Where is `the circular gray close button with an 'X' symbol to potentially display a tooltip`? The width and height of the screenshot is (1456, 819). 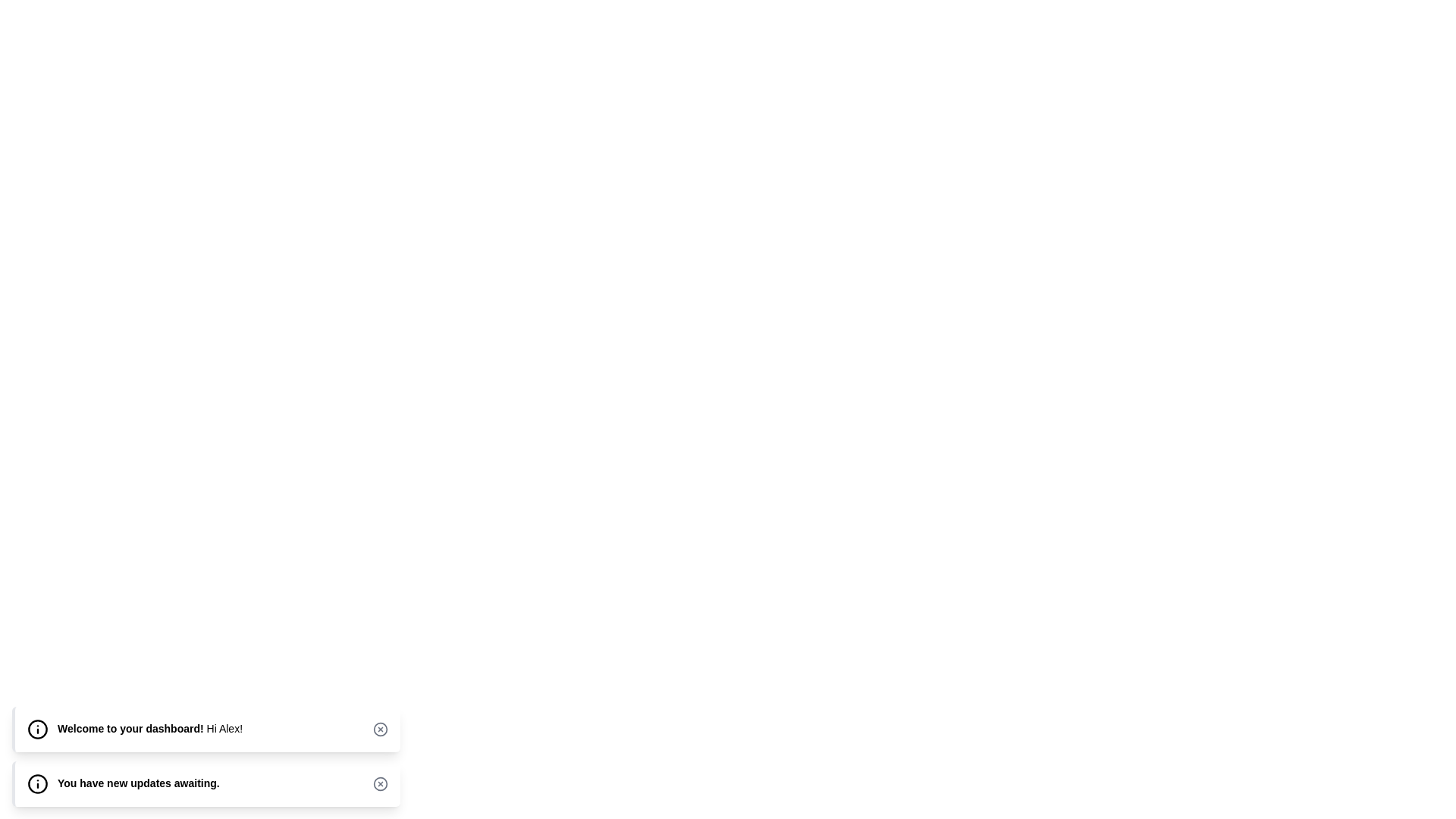 the circular gray close button with an 'X' symbol to potentially display a tooltip is located at coordinates (381, 728).